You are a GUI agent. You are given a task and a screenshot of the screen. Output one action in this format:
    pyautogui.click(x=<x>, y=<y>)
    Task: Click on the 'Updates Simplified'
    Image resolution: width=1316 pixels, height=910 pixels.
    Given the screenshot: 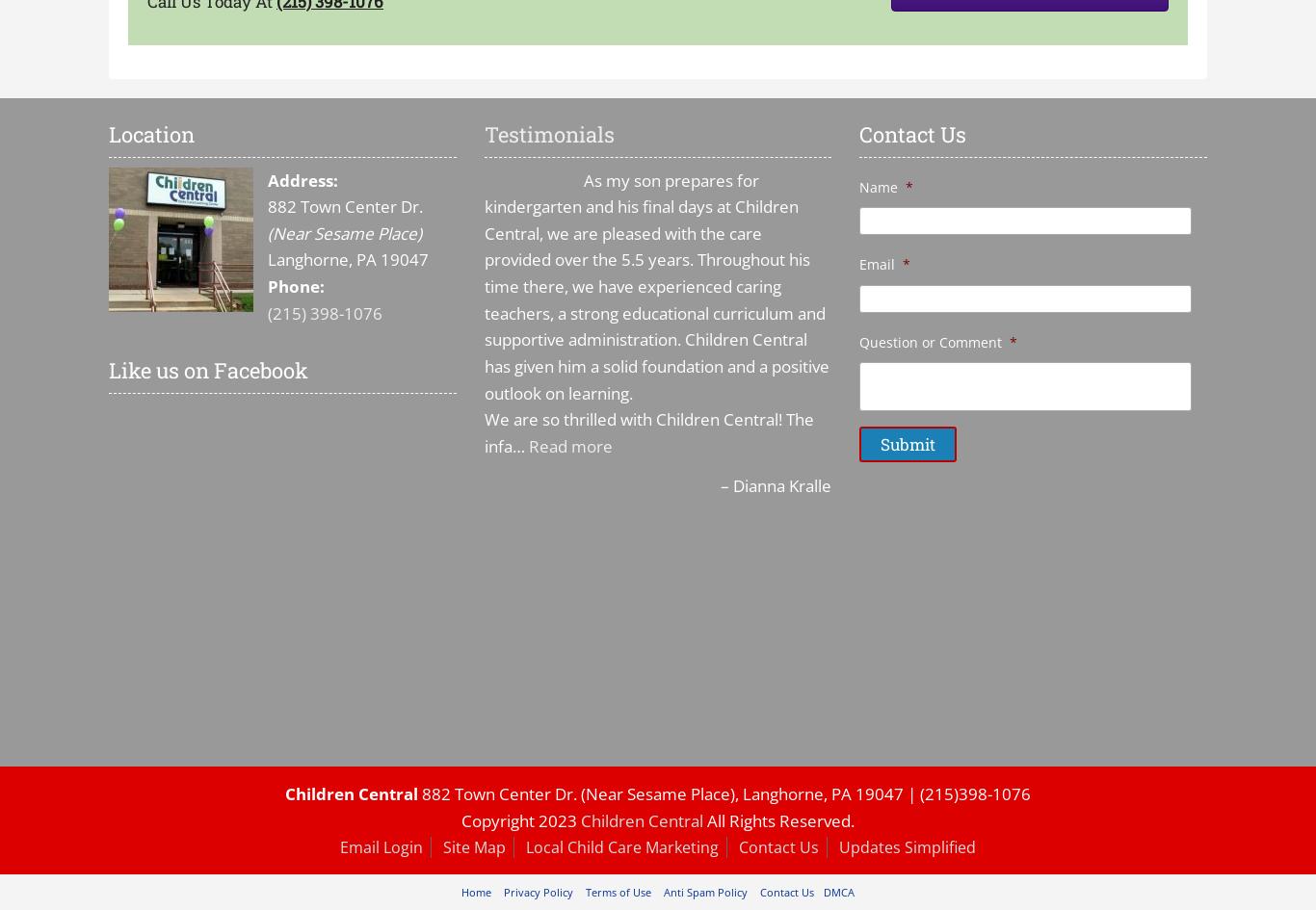 What is the action you would take?
    pyautogui.click(x=907, y=845)
    